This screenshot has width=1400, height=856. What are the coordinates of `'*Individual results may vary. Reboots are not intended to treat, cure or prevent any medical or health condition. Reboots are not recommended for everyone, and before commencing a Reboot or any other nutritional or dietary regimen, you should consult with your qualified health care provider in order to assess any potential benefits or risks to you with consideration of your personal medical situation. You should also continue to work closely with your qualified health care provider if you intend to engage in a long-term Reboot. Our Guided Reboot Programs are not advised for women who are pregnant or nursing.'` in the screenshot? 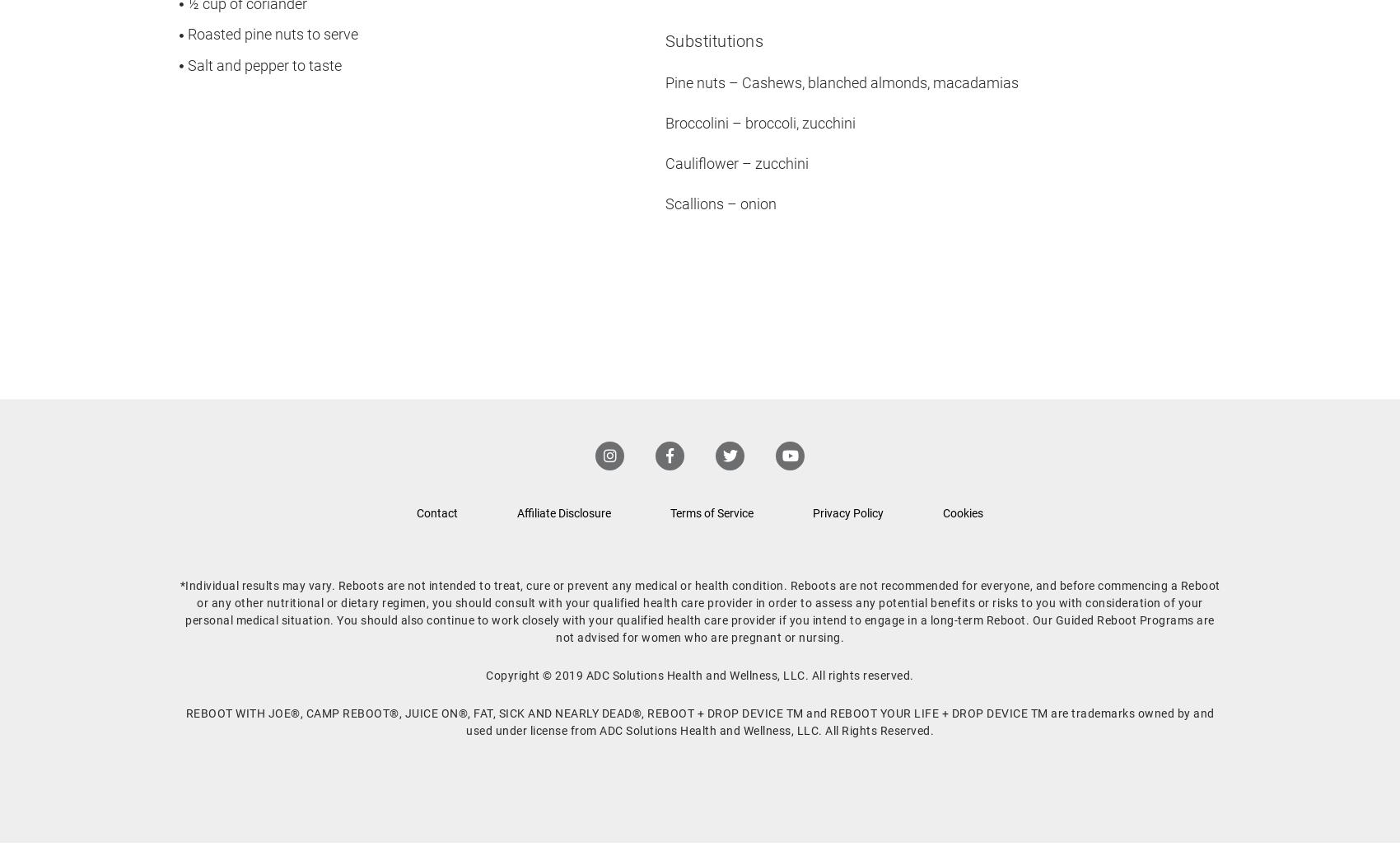 It's located at (698, 610).